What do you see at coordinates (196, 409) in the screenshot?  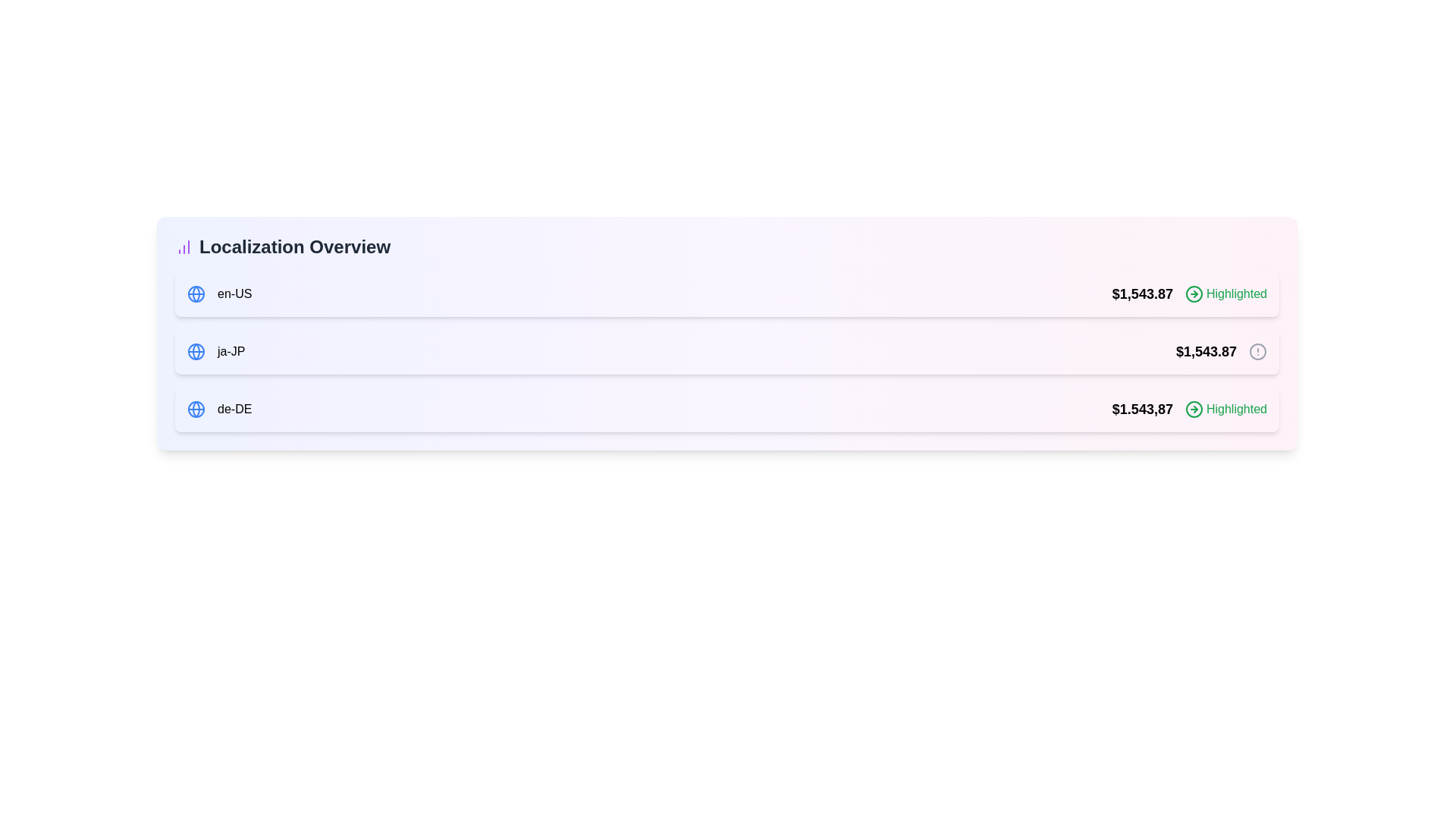 I see `the graphical globe icon in the Localization Overview list, which is the leftmost component of the third row` at bounding box center [196, 409].